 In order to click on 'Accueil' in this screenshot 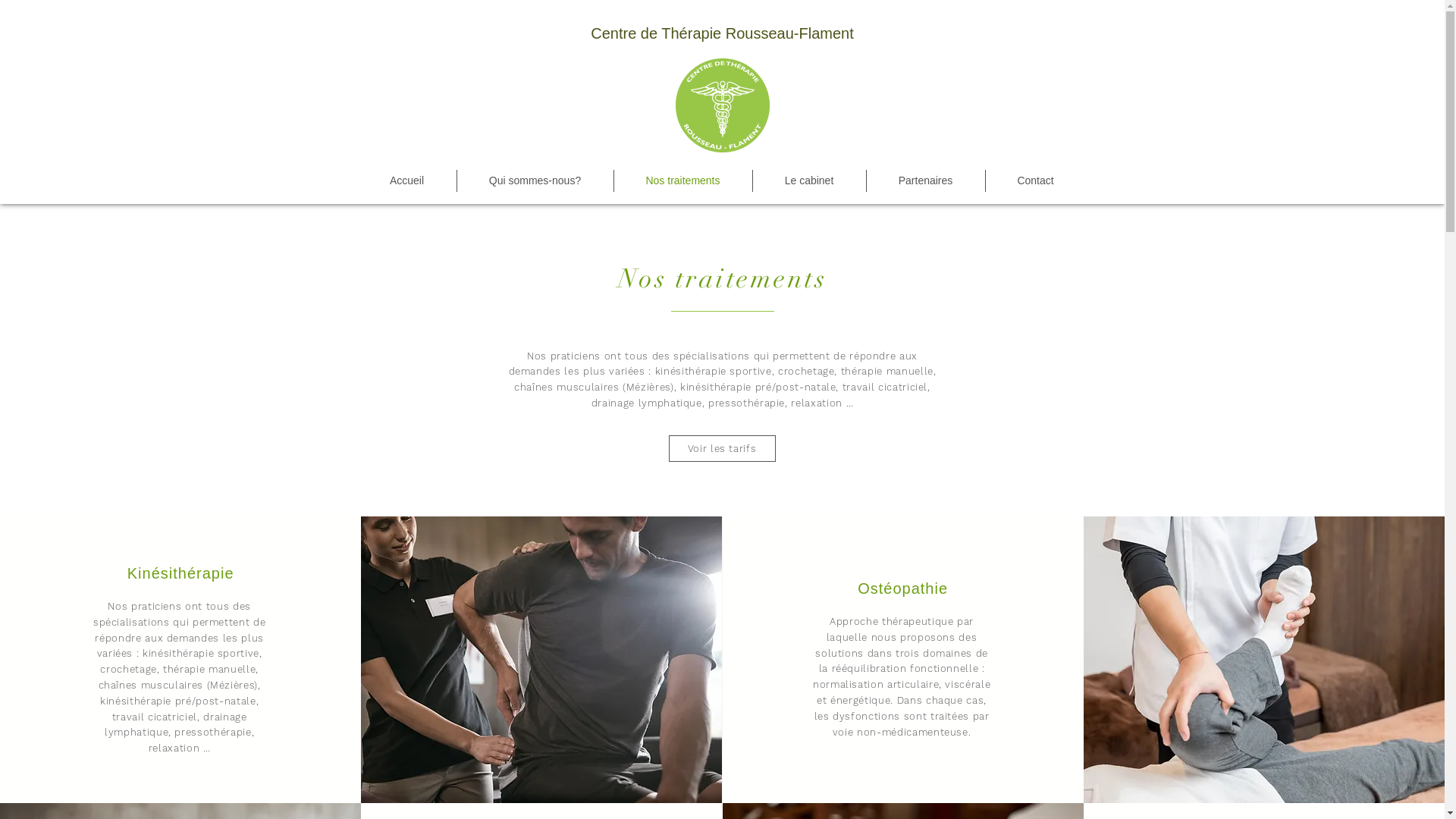, I will do `click(407, 180)`.